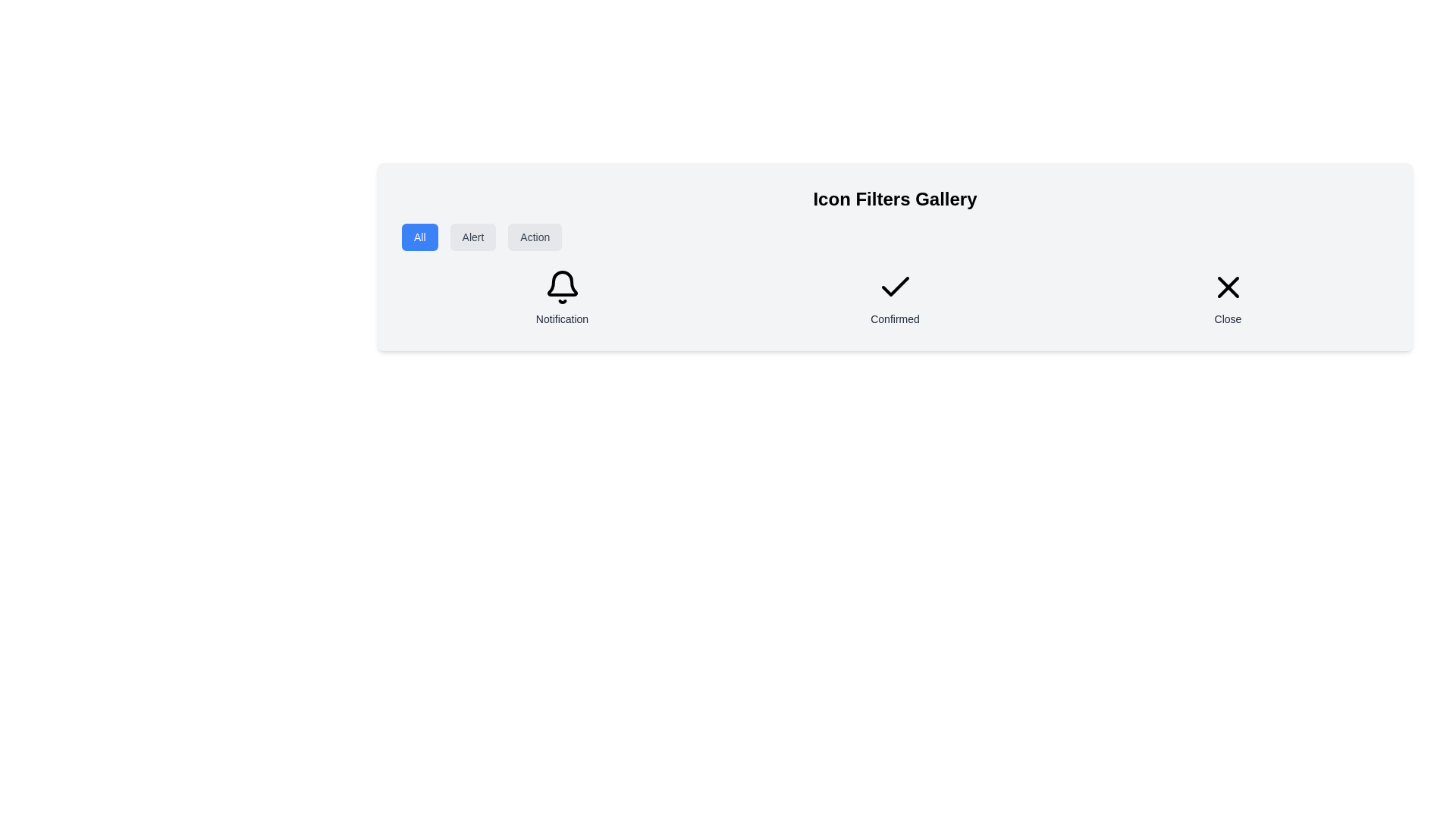 Image resolution: width=1456 pixels, height=819 pixels. What do you see at coordinates (895, 298) in the screenshot?
I see `the middle section of the status indicator labeled 'Confirmed' with a checkmark icon, which is positioned in the 'Icon Filters Gallery' interface` at bounding box center [895, 298].